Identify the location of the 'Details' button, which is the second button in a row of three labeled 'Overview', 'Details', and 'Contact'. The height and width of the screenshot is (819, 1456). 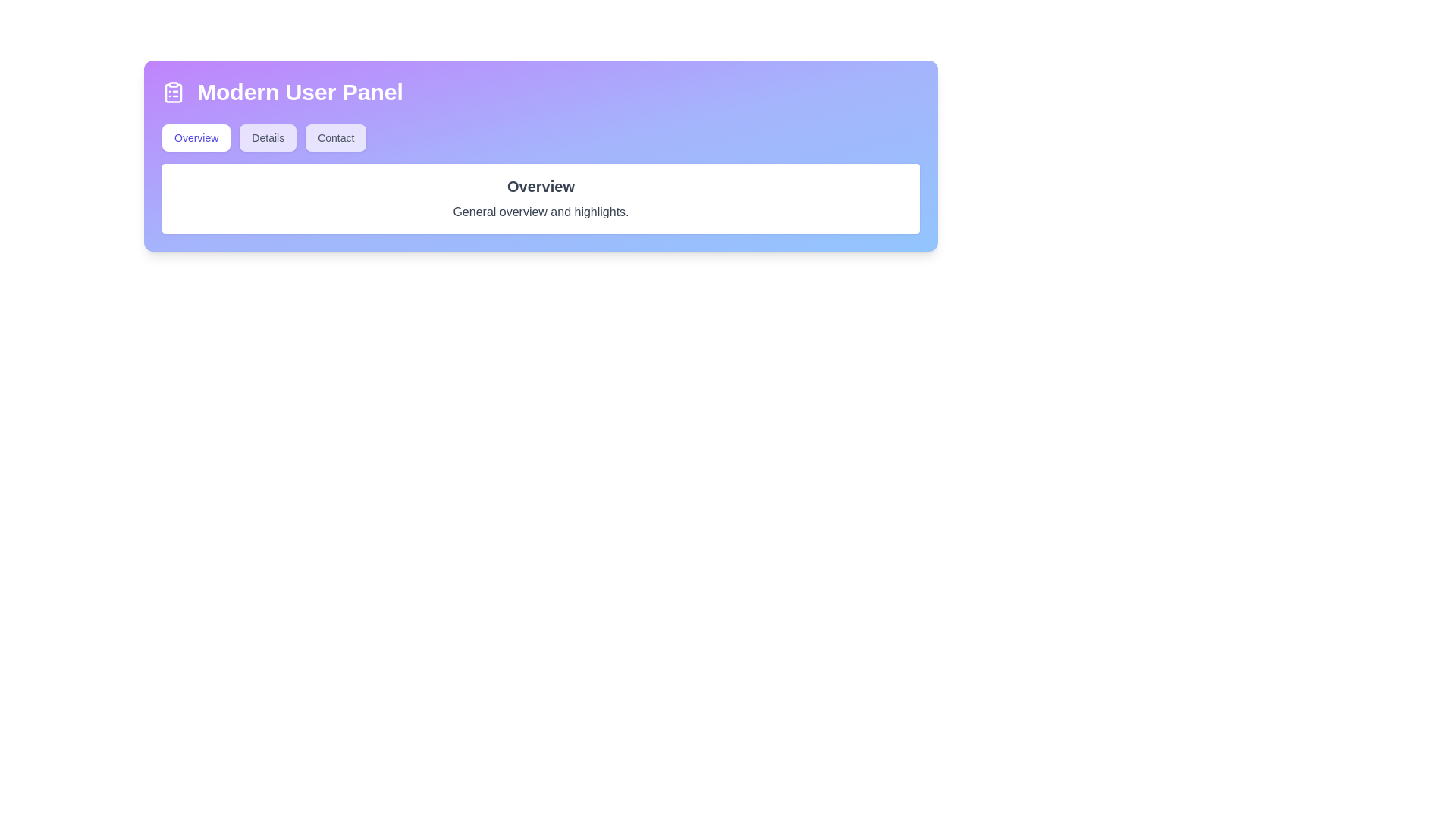
(268, 137).